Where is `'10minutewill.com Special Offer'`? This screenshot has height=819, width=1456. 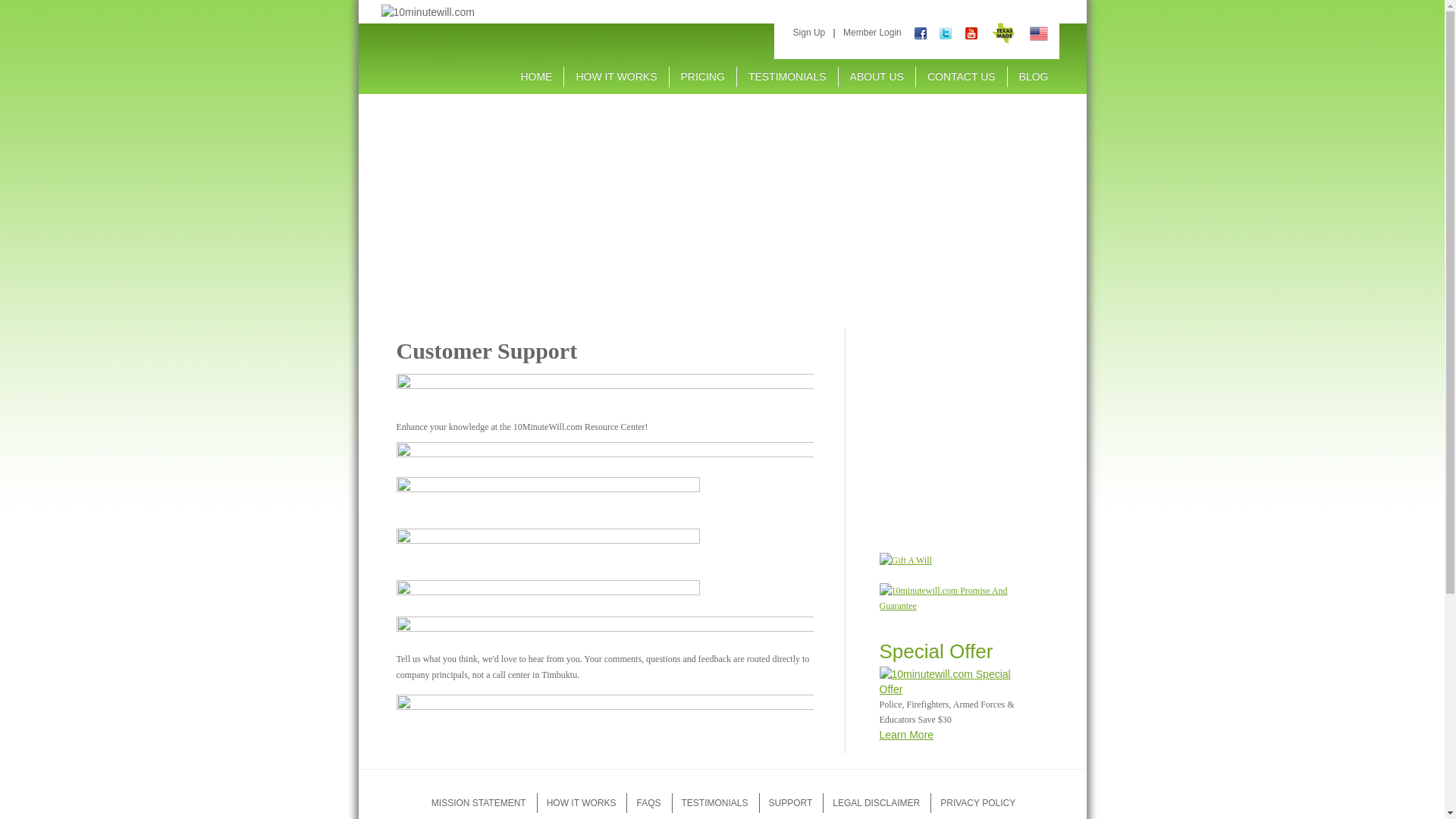
'10minutewill.com Special Offer' is located at coordinates (950, 680).